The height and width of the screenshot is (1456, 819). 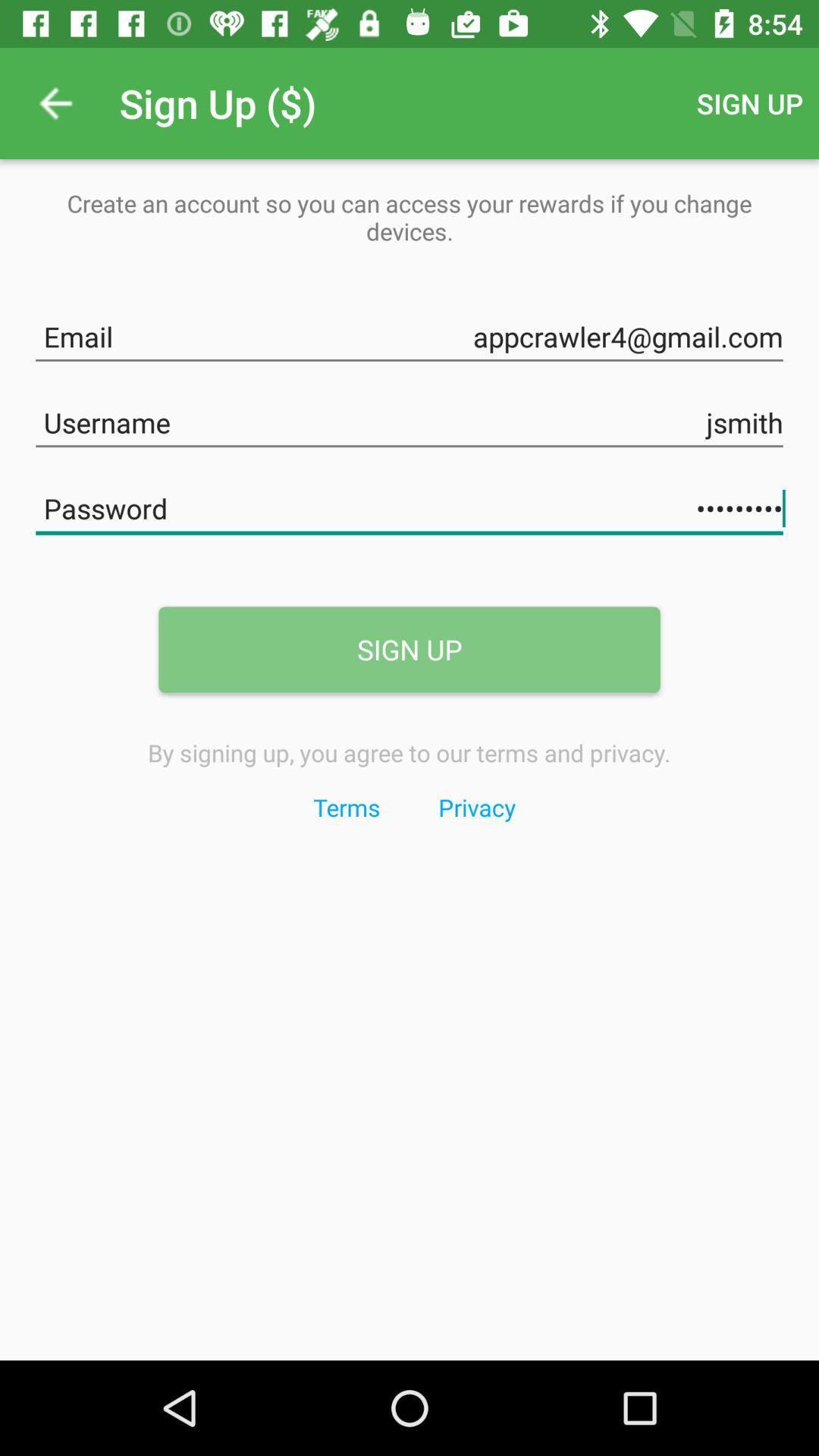 What do you see at coordinates (55, 102) in the screenshot?
I see `the item next to the sign up ($) item` at bounding box center [55, 102].